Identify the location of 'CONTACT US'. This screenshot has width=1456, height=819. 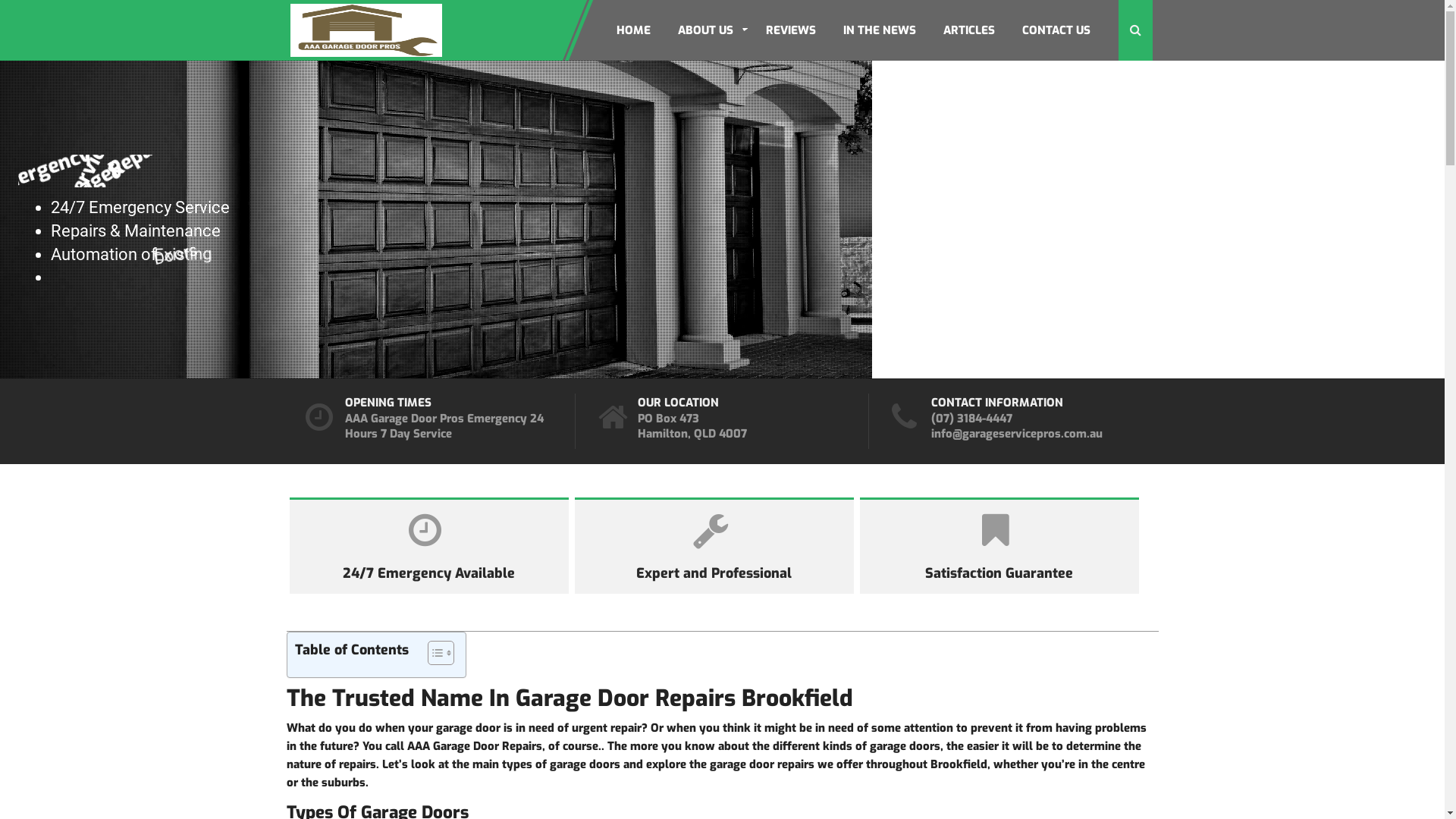
(1055, 30).